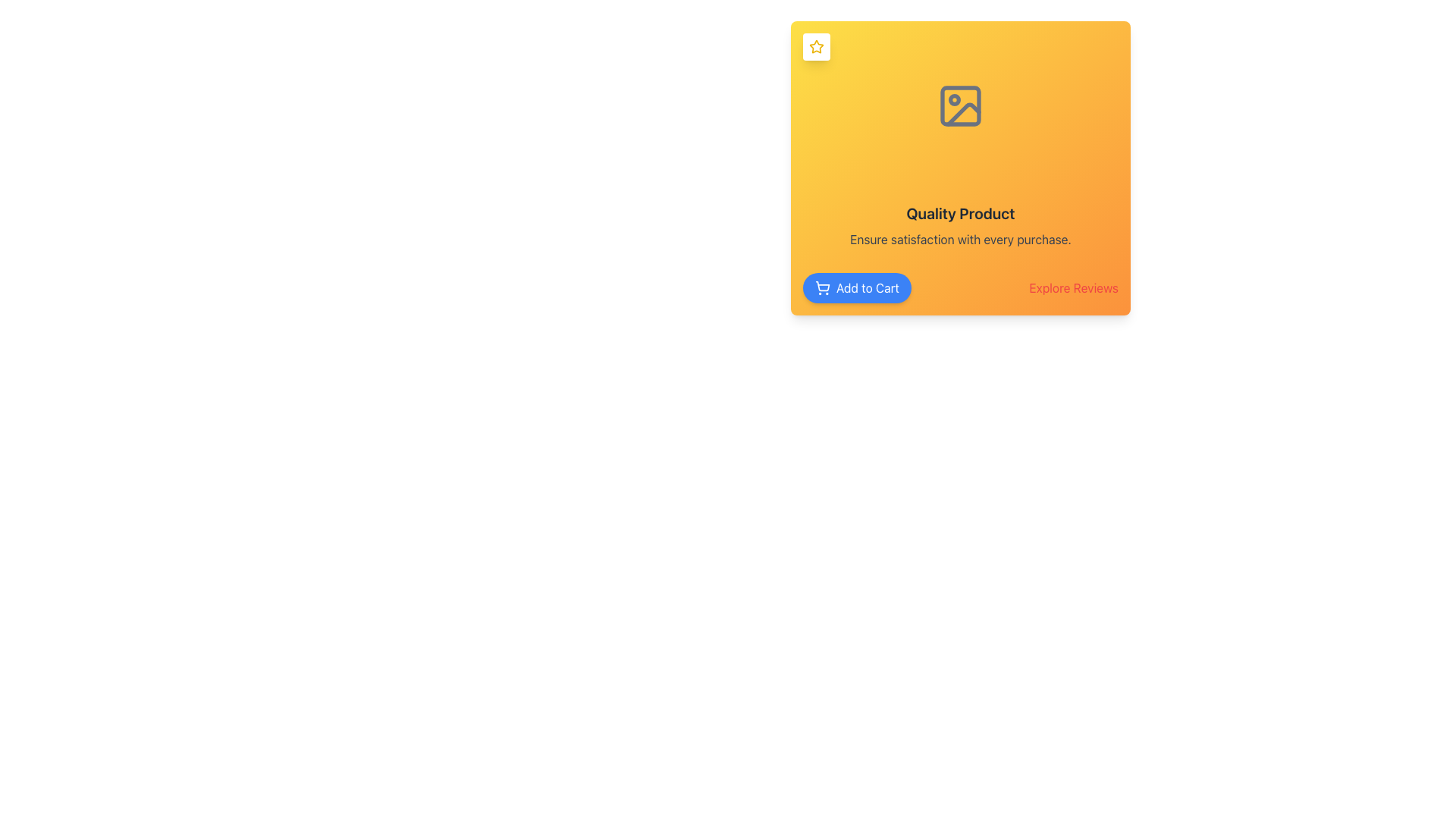  What do you see at coordinates (821, 288) in the screenshot?
I see `the shopping cart icon that is part of the 'Add to Cart' button, which is located to the left of the button text and positioned below the product description` at bounding box center [821, 288].